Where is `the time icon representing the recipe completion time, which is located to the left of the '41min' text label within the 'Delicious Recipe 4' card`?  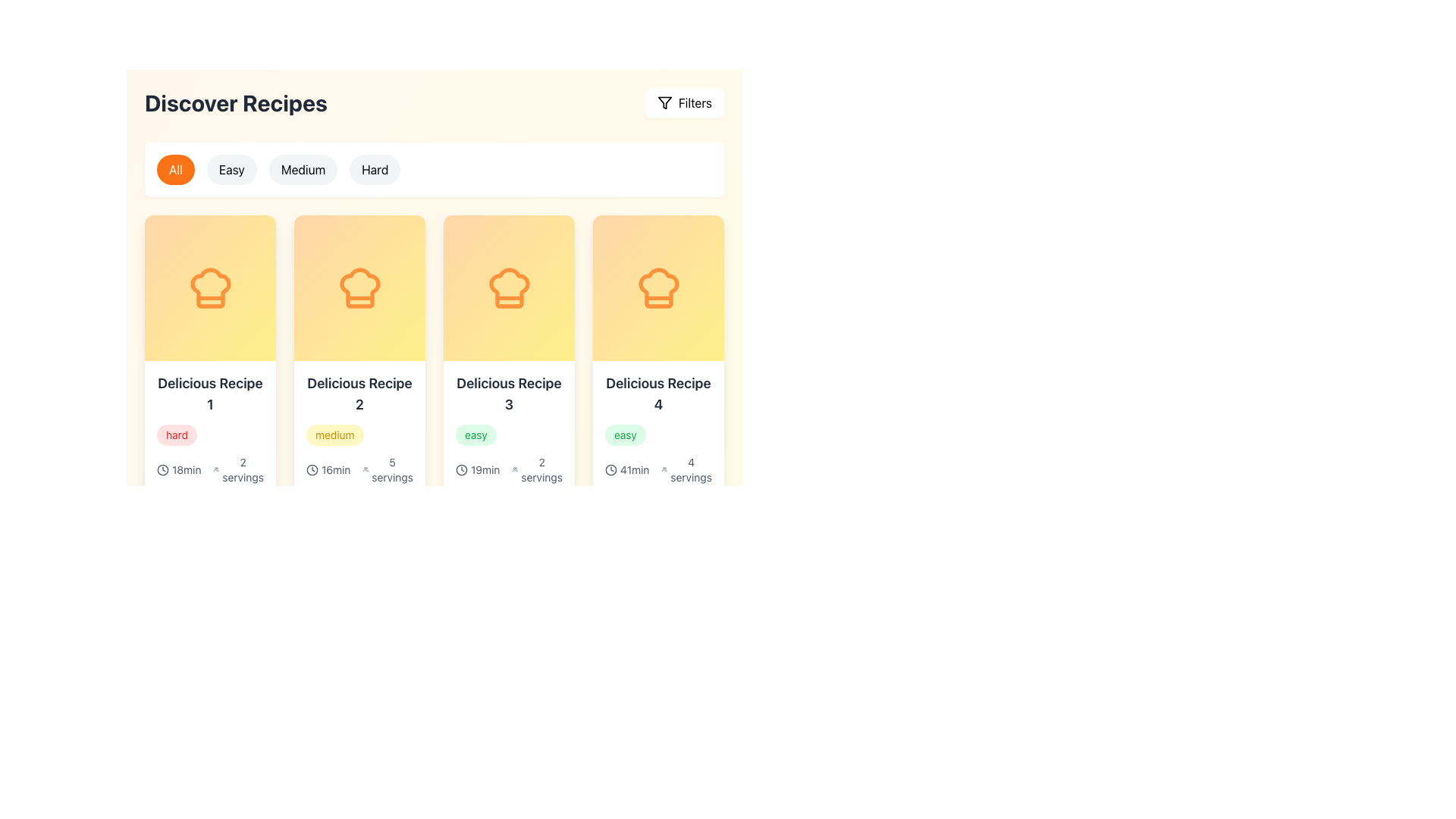
the time icon representing the recipe completion time, which is located to the left of the '41min' text label within the 'Delicious Recipe 4' card is located at coordinates (611, 469).